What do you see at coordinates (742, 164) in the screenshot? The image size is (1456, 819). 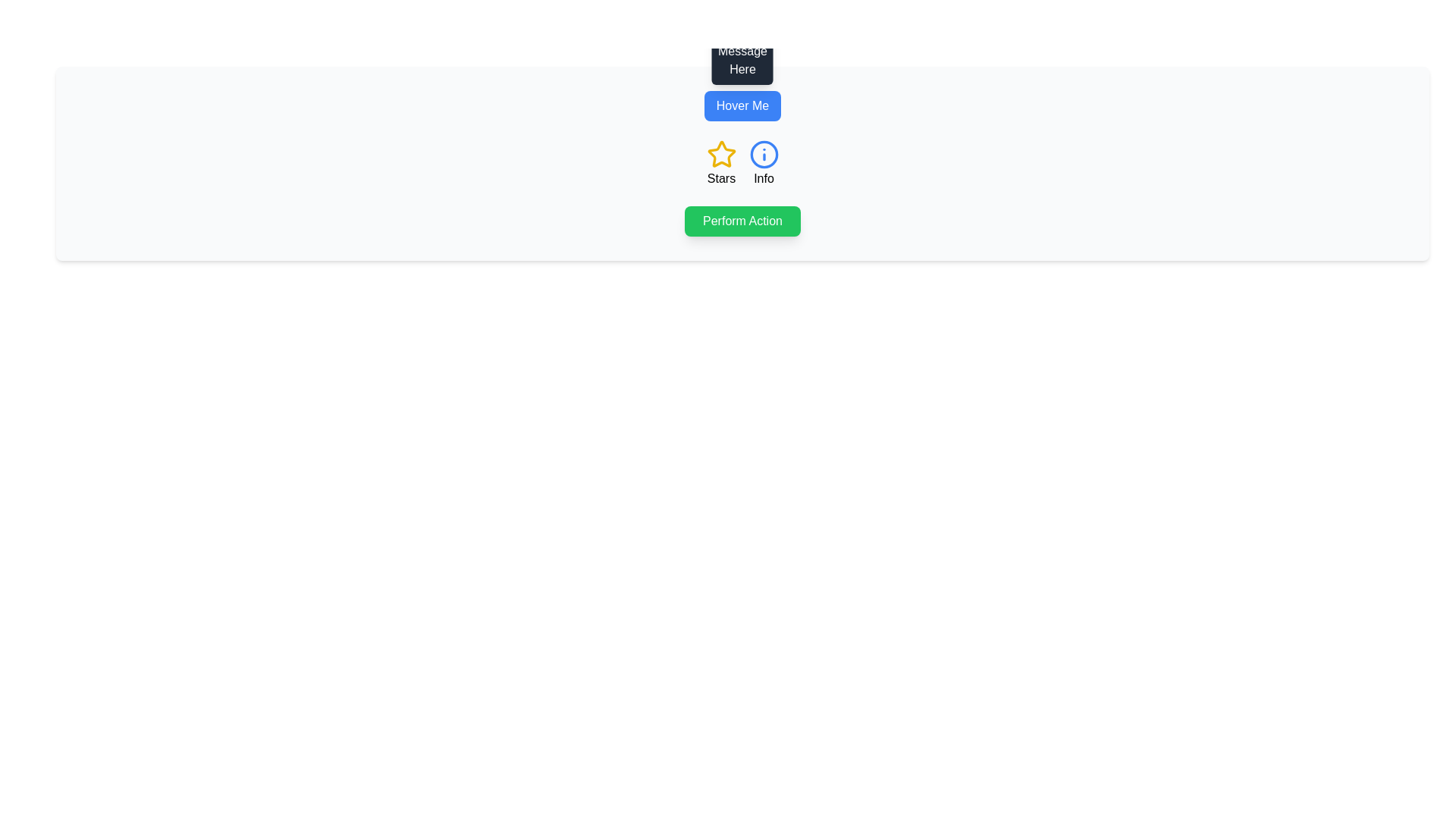 I see `the blue outlined information circle icon in the grid layout` at bounding box center [742, 164].